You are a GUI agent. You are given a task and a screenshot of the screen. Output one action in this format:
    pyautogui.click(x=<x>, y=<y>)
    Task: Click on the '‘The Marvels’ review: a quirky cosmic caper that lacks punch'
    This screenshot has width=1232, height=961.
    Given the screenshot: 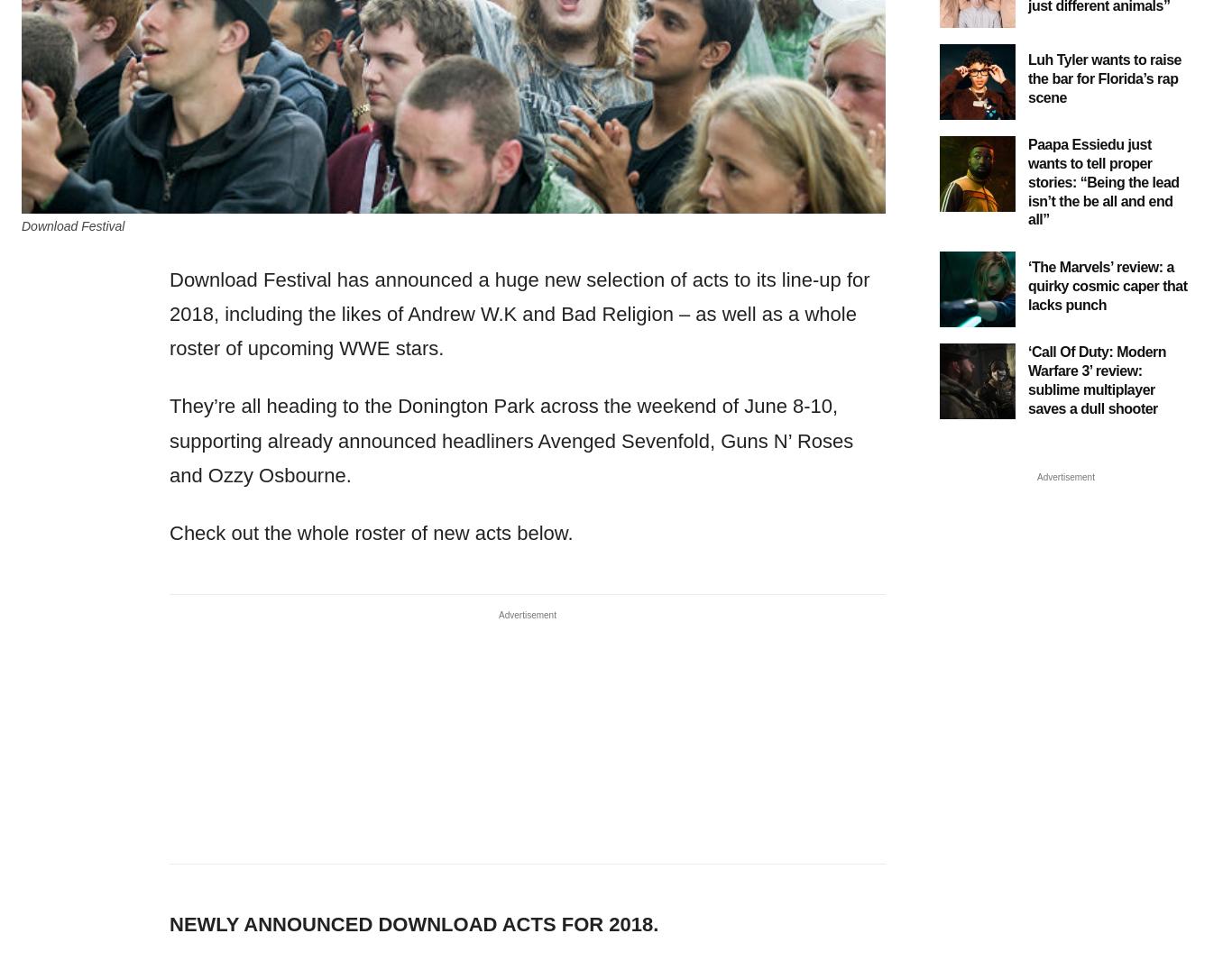 What is the action you would take?
    pyautogui.click(x=1108, y=285)
    